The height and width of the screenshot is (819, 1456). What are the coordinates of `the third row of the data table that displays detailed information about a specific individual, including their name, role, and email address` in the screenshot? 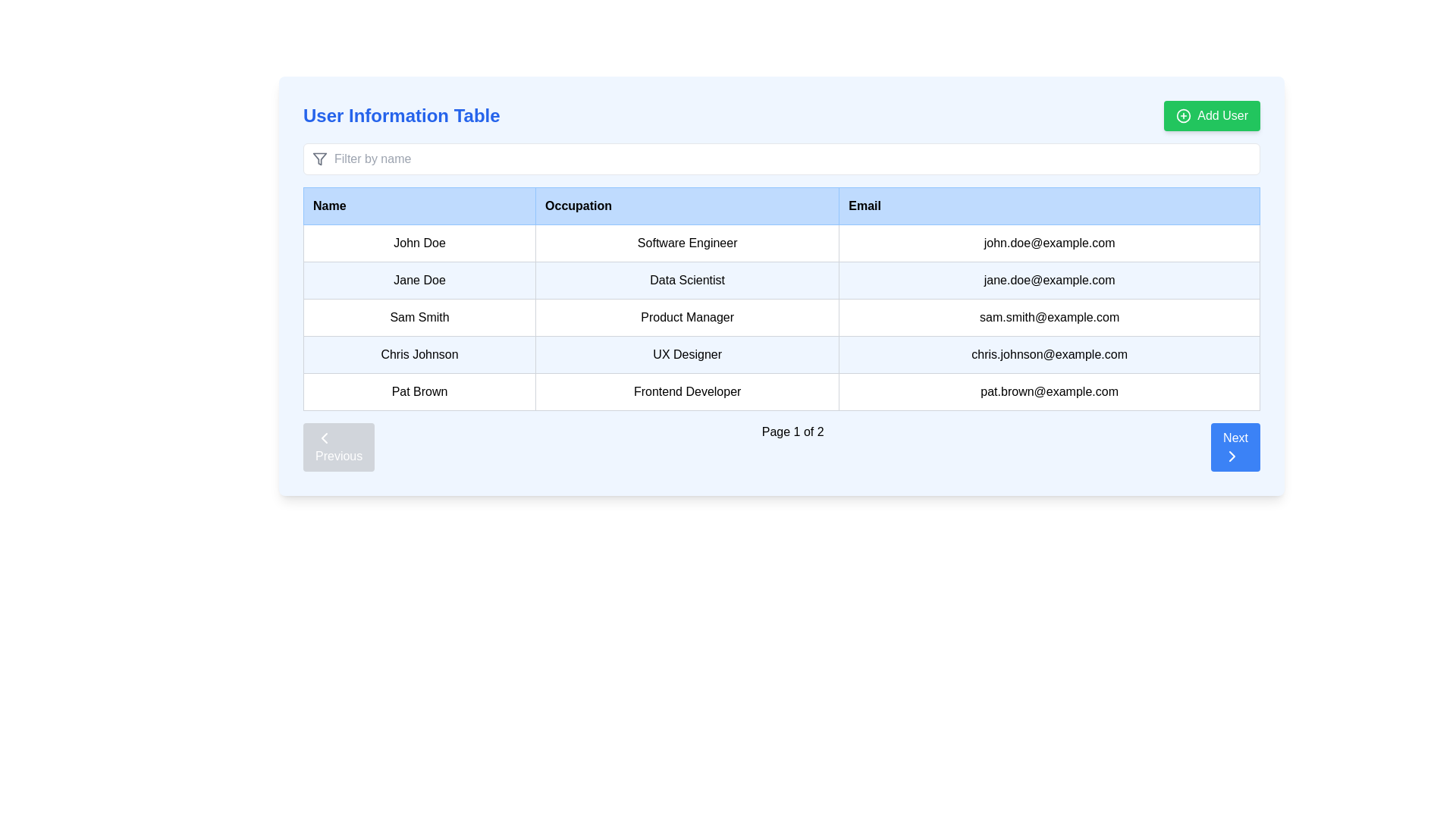 It's located at (782, 317).